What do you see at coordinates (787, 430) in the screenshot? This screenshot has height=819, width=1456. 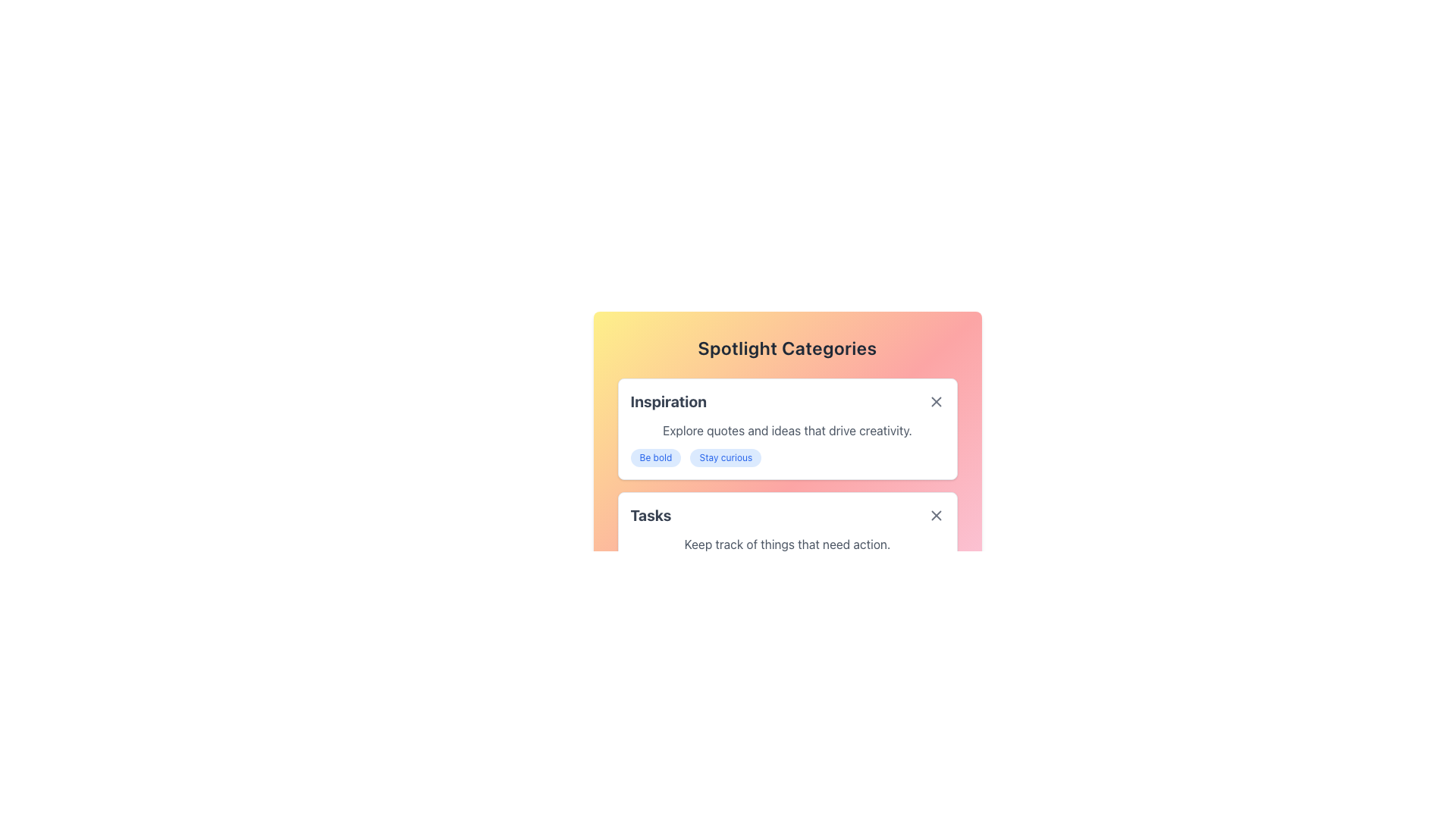 I see `the text element displaying a motivational quote located in the middle section of the 'Inspiration' card, situated below the title 'Inspiration' and above the tag buttons 'Be bold' and 'Stay curious'` at bounding box center [787, 430].